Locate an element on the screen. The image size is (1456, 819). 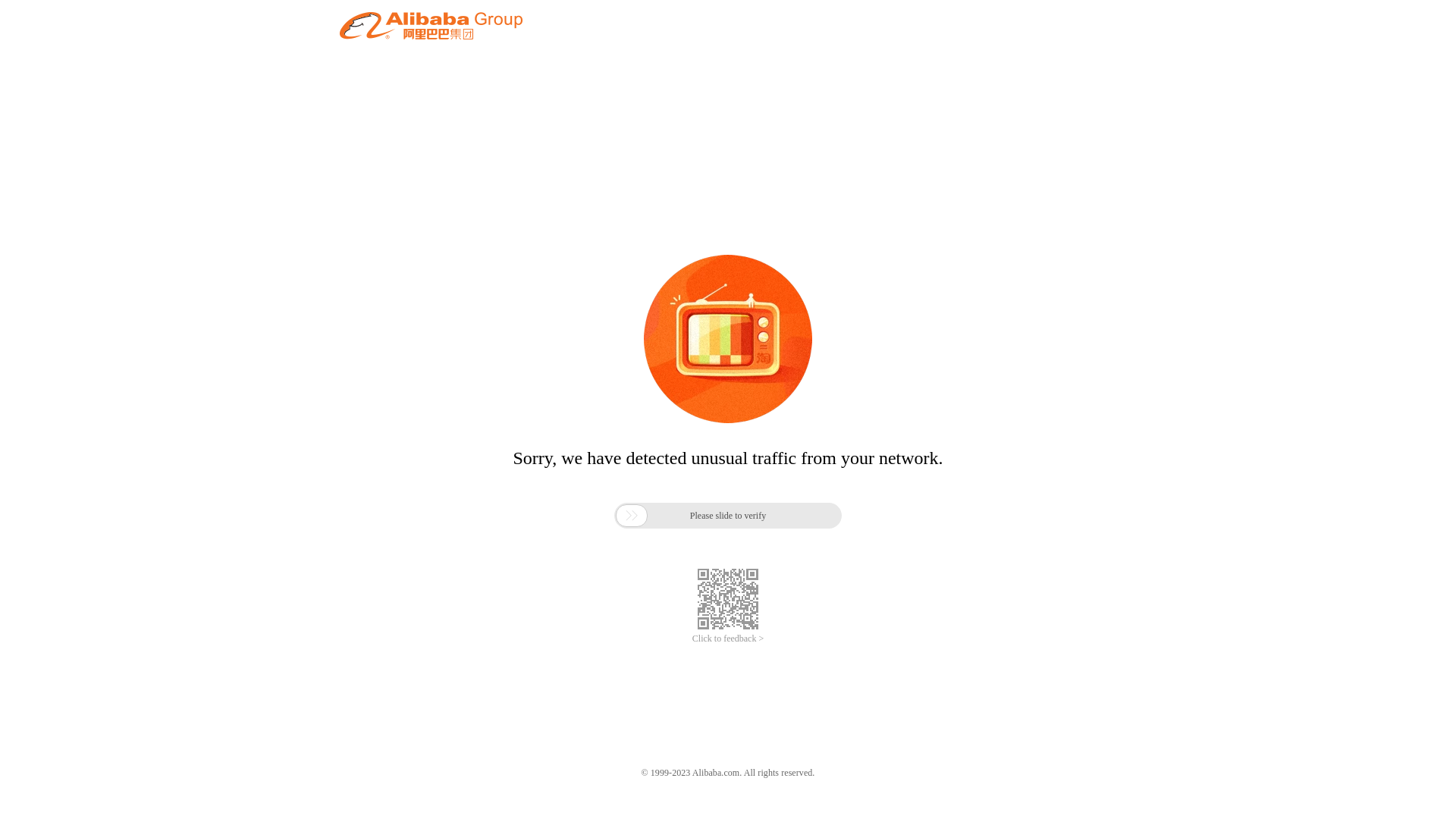
'Click to feedback >' is located at coordinates (728, 639).